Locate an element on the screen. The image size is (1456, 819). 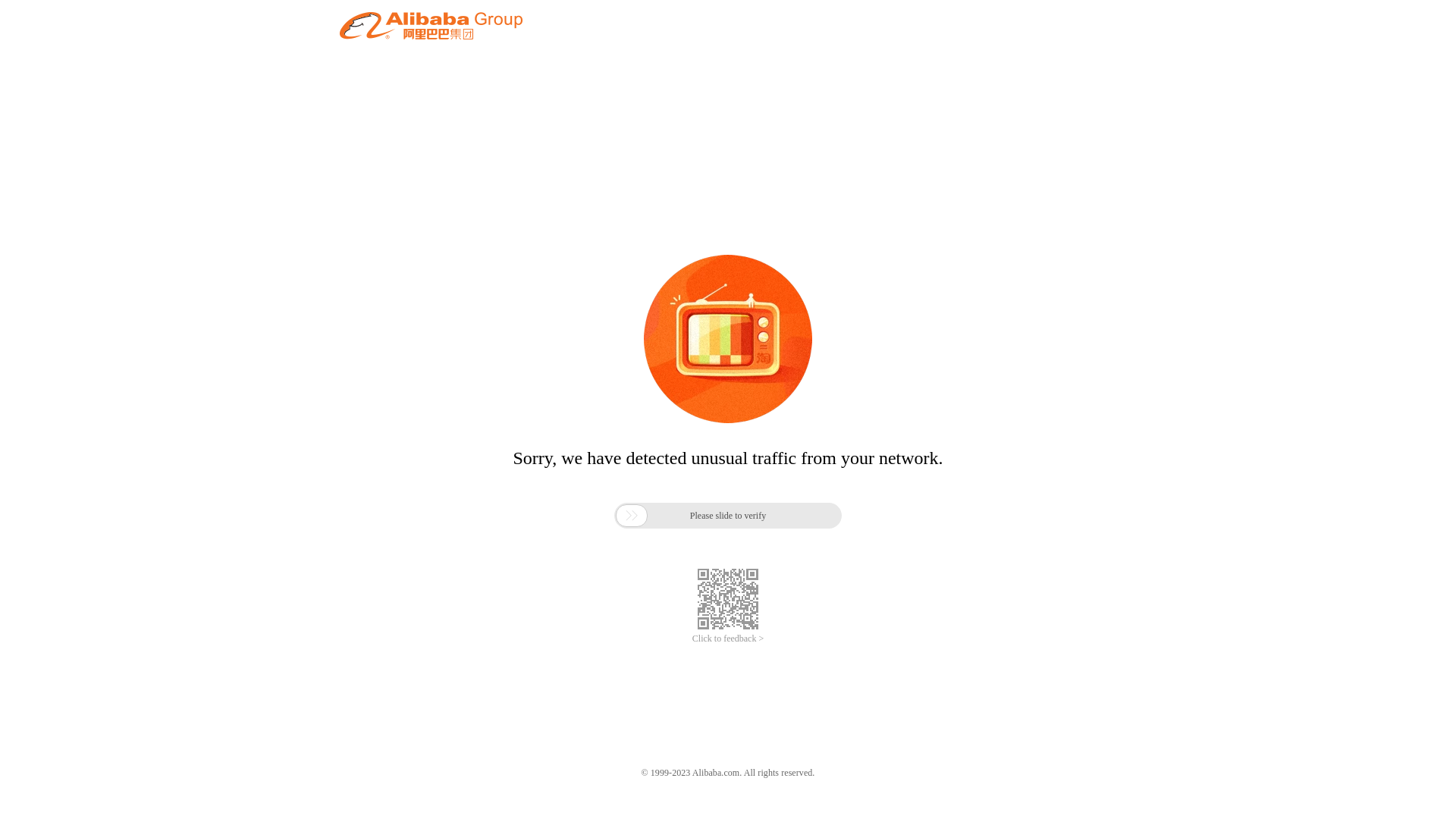
'Click to feedback >' is located at coordinates (728, 639).